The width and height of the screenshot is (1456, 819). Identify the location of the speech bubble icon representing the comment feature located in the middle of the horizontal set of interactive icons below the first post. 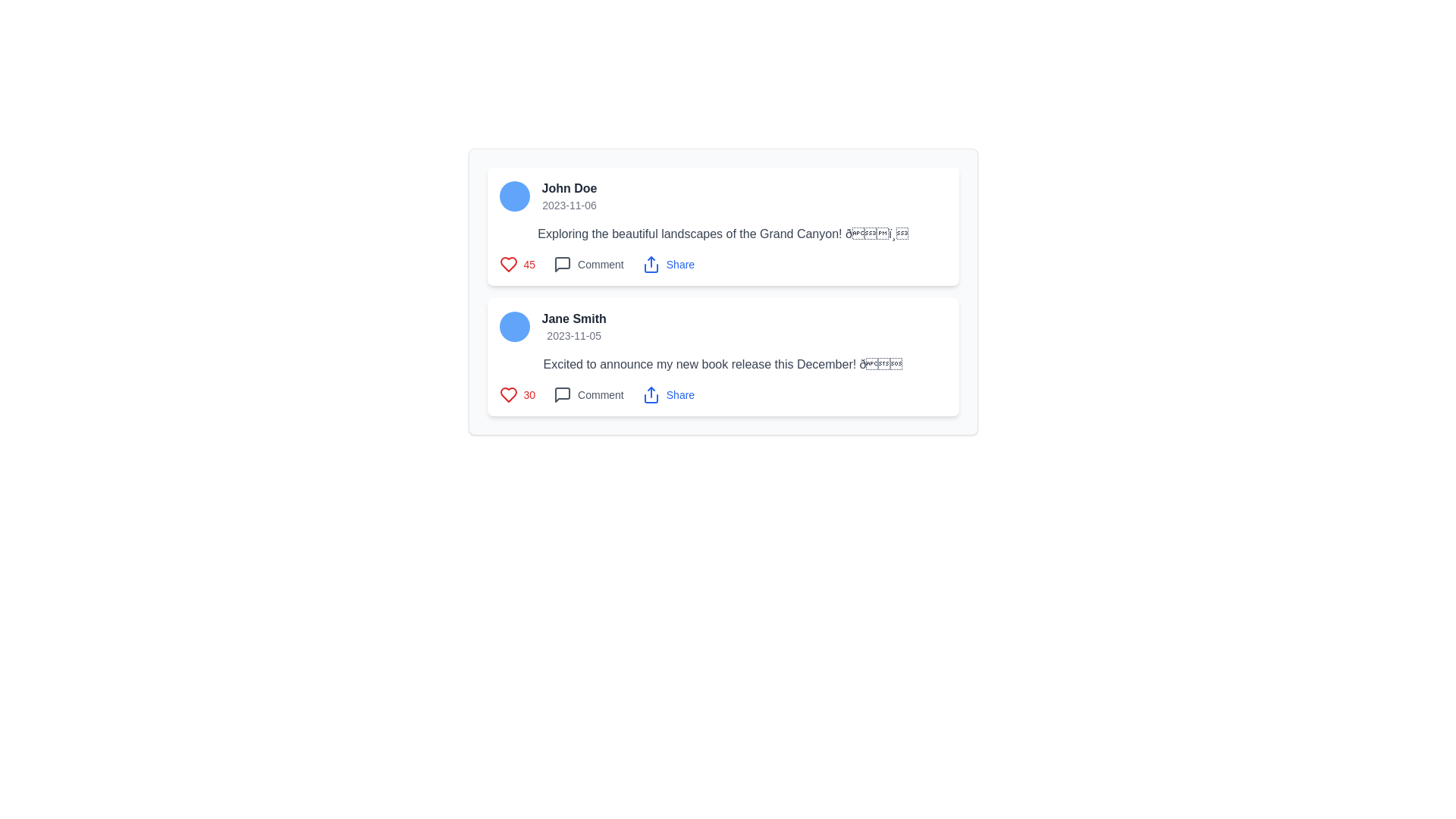
(562, 263).